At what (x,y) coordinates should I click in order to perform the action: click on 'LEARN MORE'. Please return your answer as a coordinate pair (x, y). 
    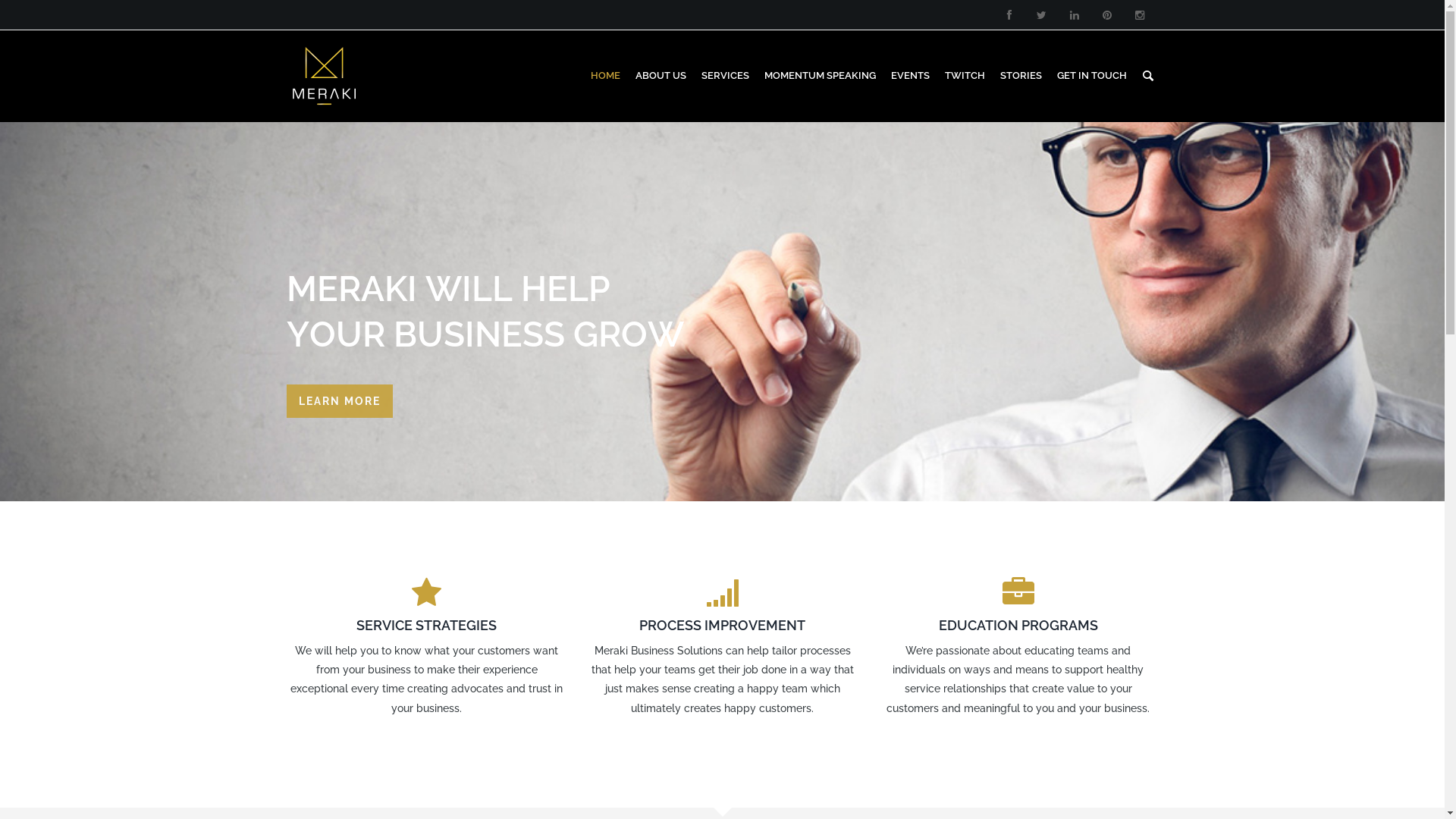
    Looking at the image, I should click on (338, 400).